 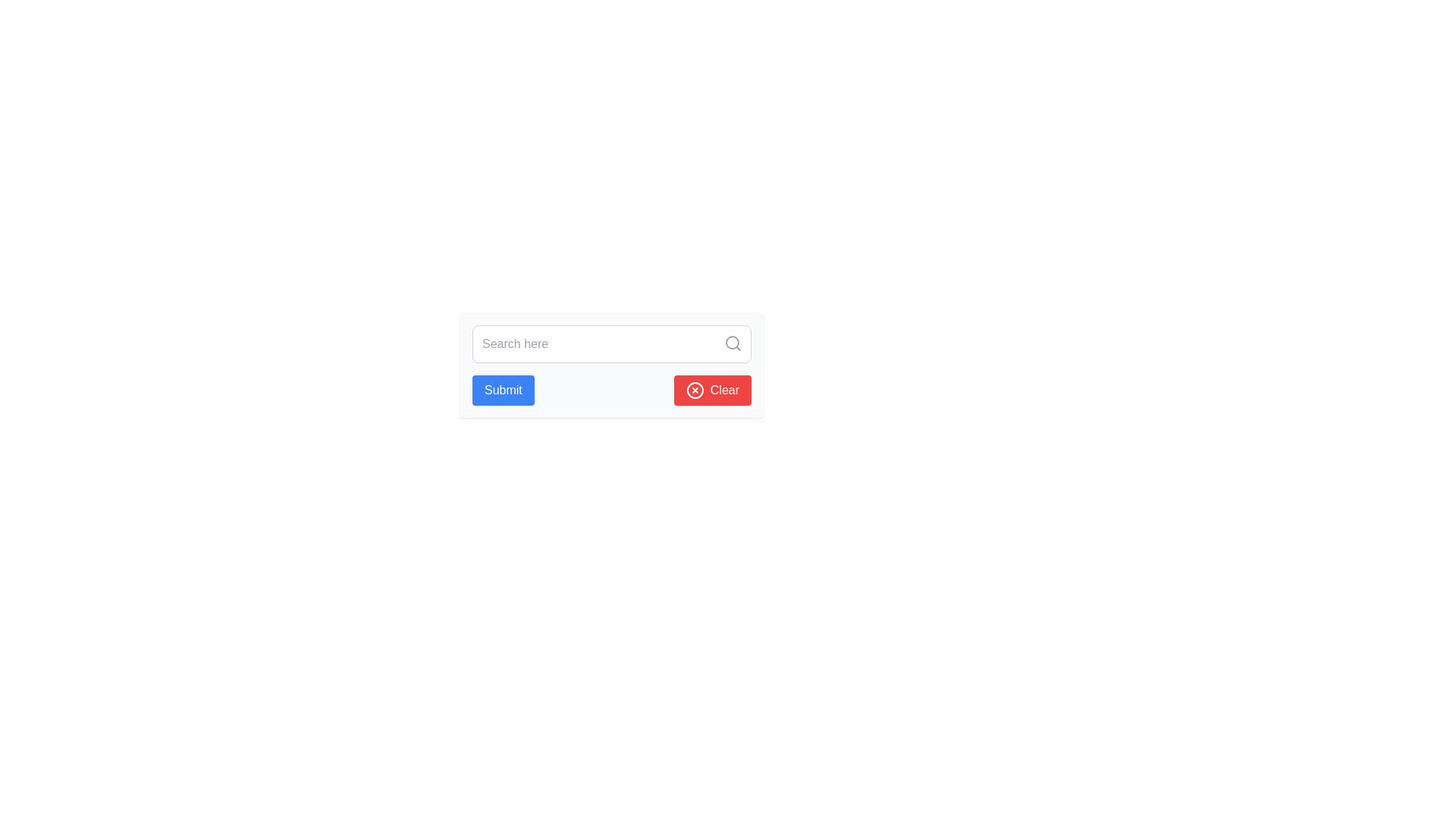 What do you see at coordinates (732, 342) in the screenshot?
I see `the circular part of the search icon, which is an SVG circle element located at the top-right corner of the input box` at bounding box center [732, 342].